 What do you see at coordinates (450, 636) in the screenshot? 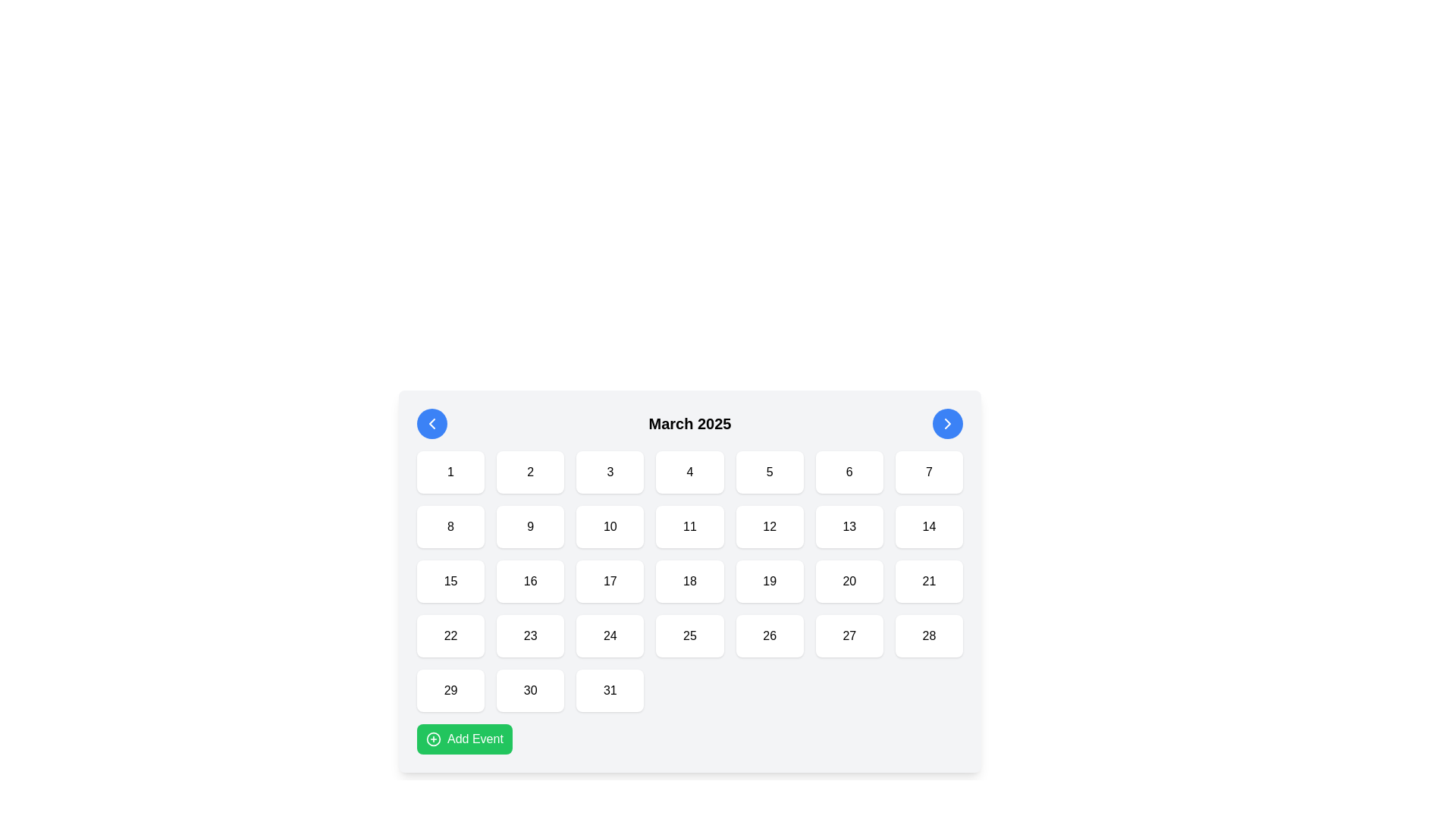
I see `the grid cell displaying the number '22' located in the fourth row and first column of the grid` at bounding box center [450, 636].